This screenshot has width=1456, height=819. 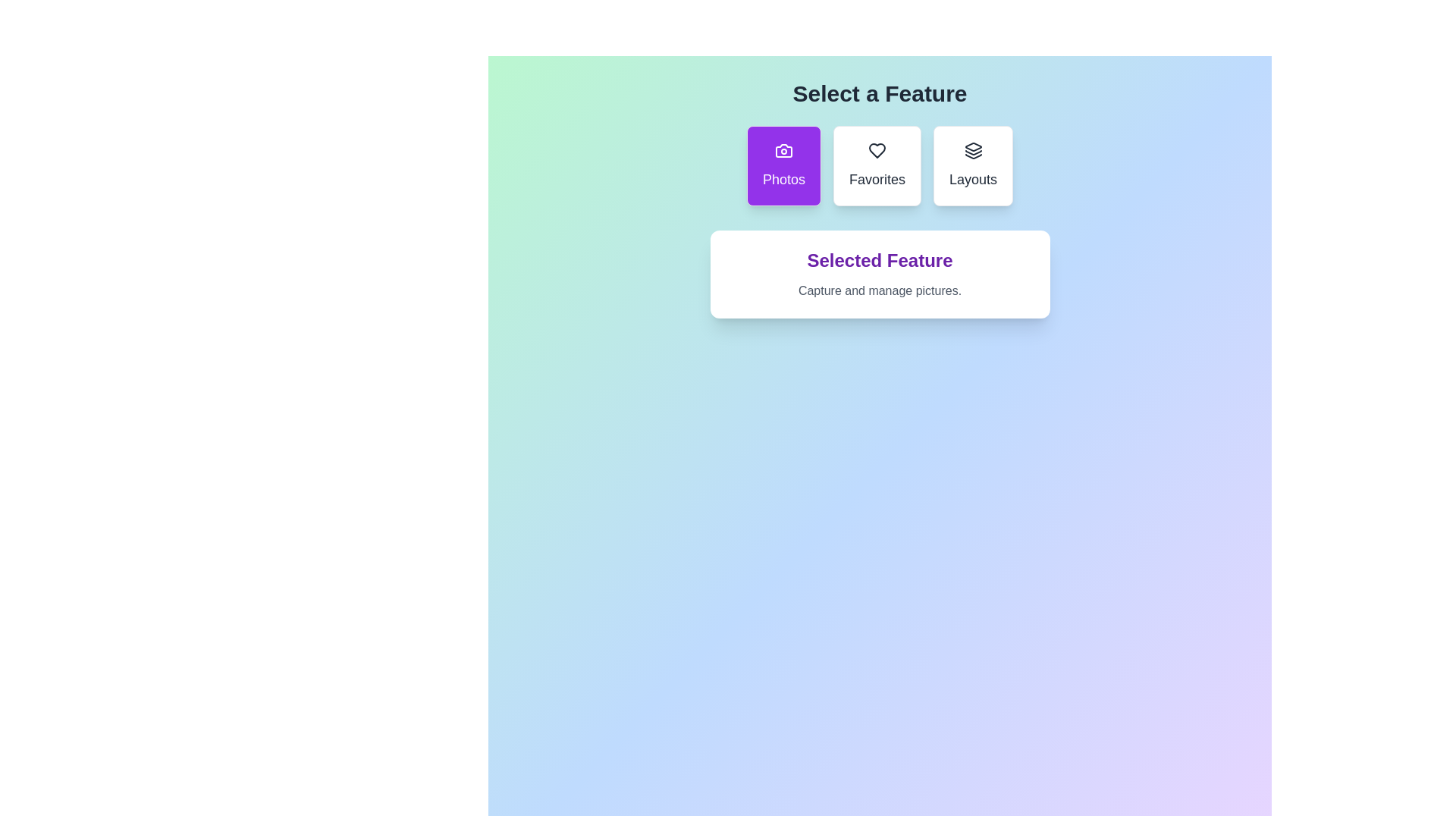 I want to click on the Layouts button to select it, so click(x=973, y=166).